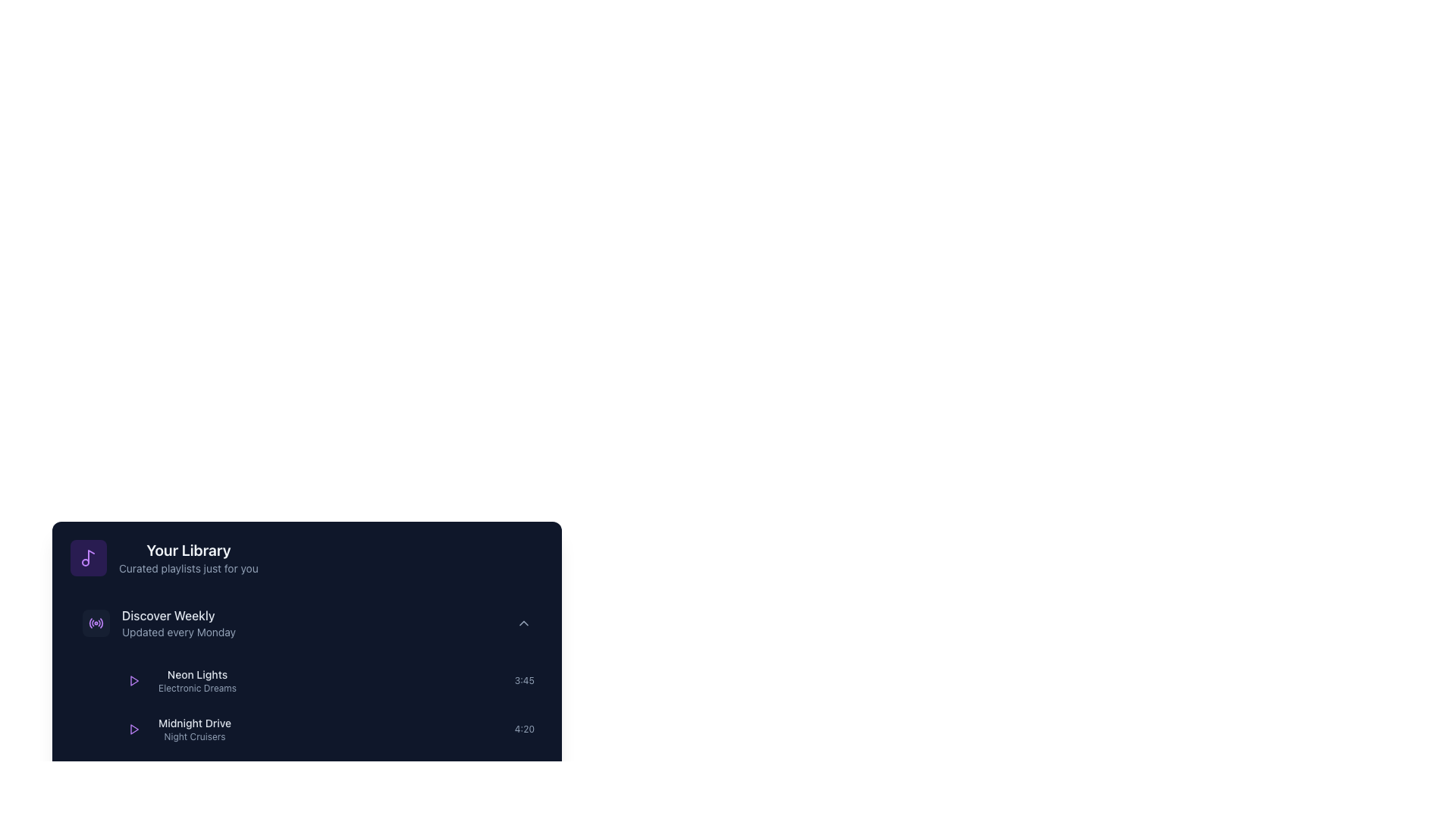  I want to click on the text label for the playlist or item named 'Neon Lights' with the subtitle 'Electronic Dreams' located in the 'Your Library' section, so click(196, 680).